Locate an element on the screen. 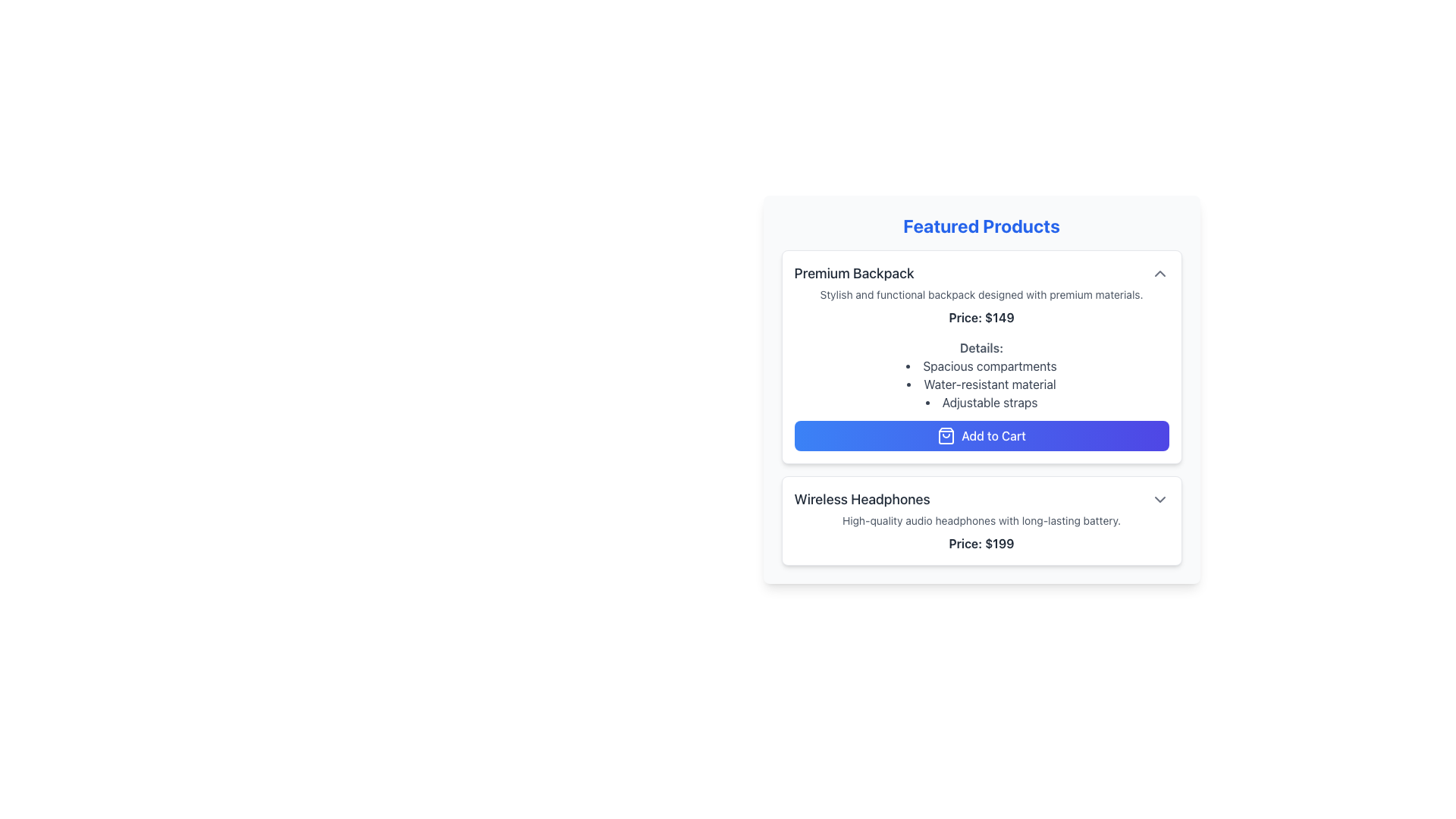  the price label that displays 'Price: $199' at the bottom of the product card for 'Wireless Headphones' is located at coordinates (981, 543).